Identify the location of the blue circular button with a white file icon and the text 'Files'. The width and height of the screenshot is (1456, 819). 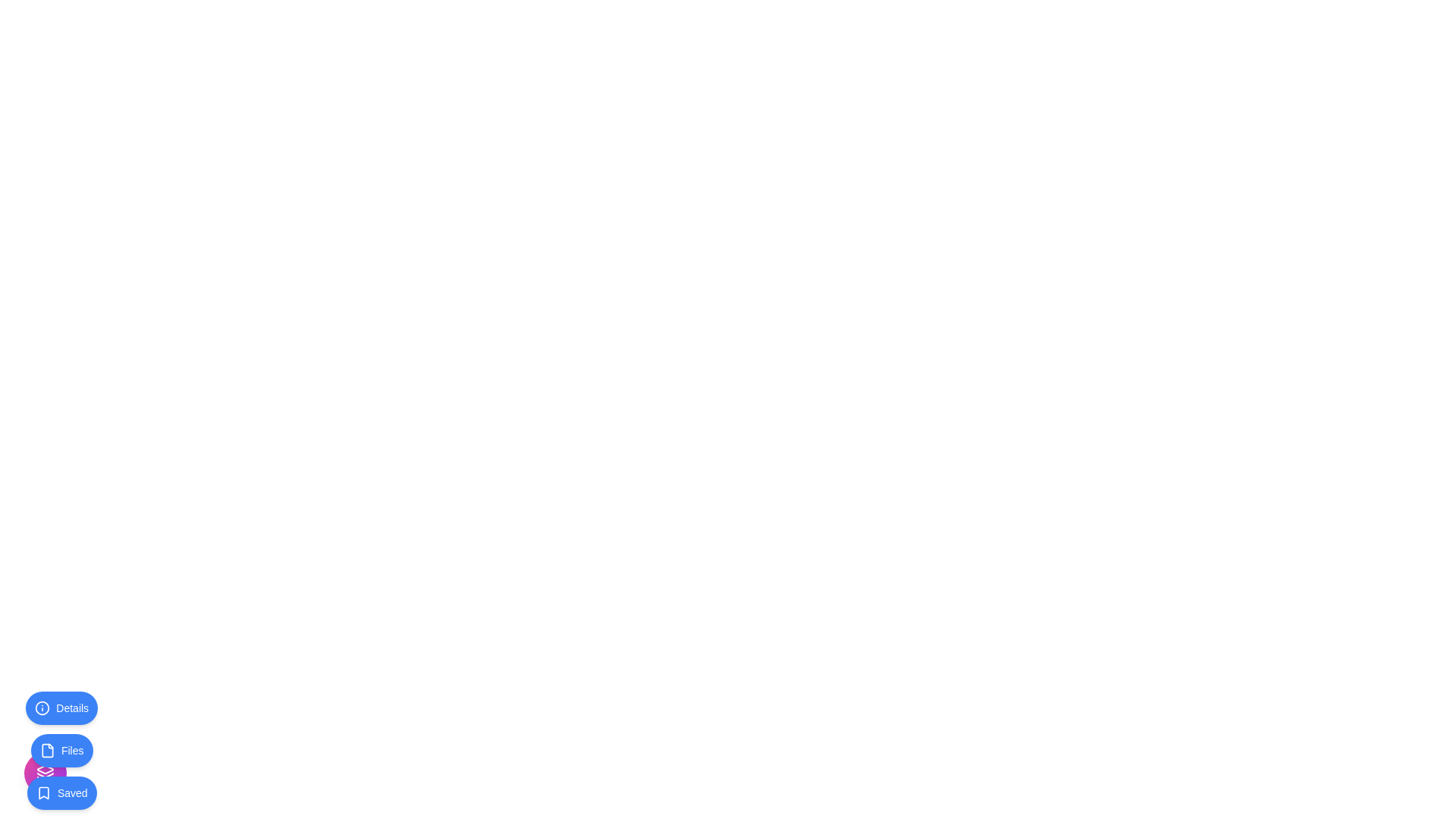
(61, 751).